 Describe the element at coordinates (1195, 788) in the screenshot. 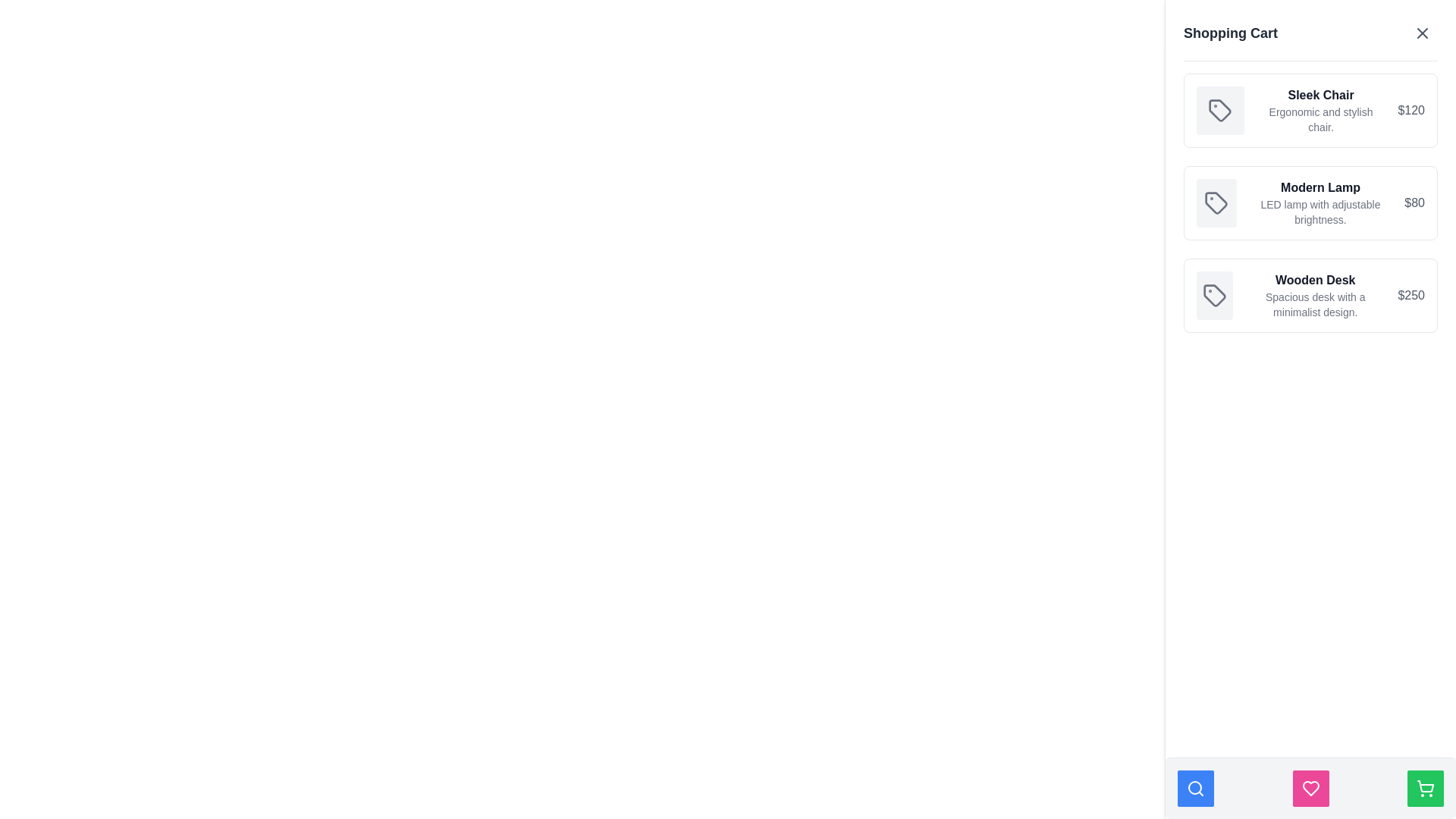

I see `the search button icon located in the bottom navigation bar by` at that location.